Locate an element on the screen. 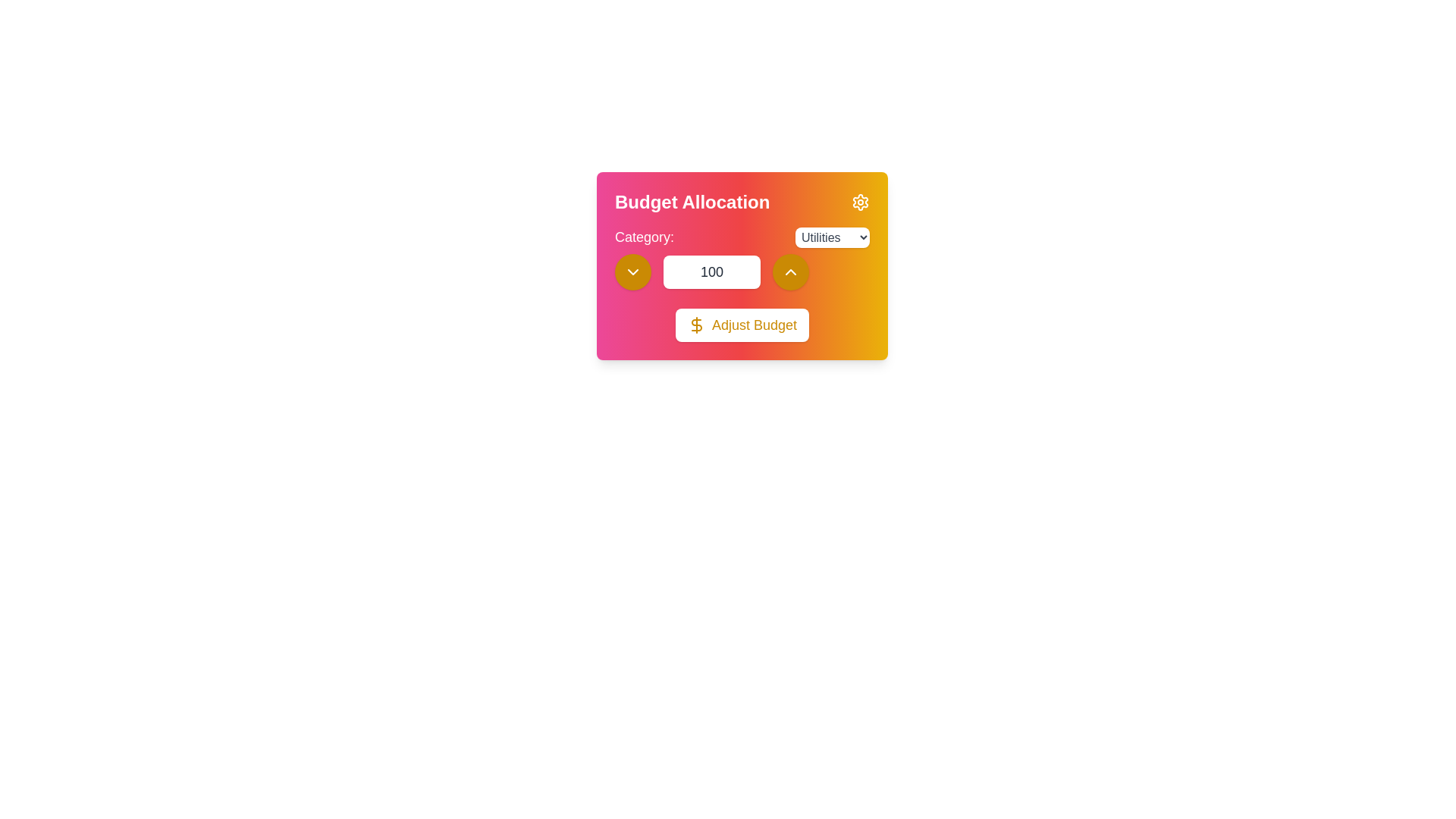 The image size is (1456, 819). the settings icon button located in the top-right corner of the 'Budget Allocation' section is located at coordinates (860, 201).